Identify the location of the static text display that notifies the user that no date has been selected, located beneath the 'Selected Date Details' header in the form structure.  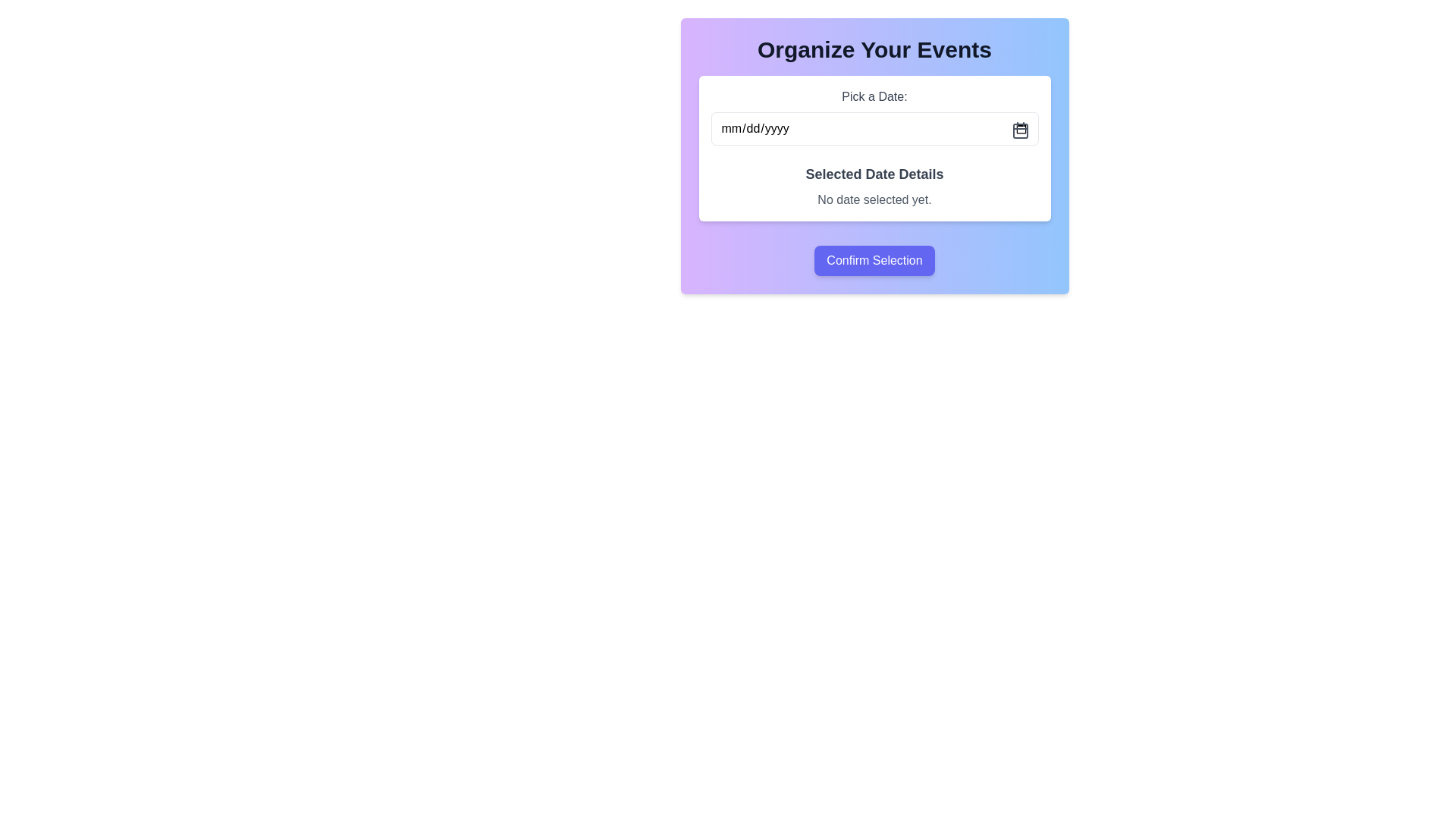
(874, 199).